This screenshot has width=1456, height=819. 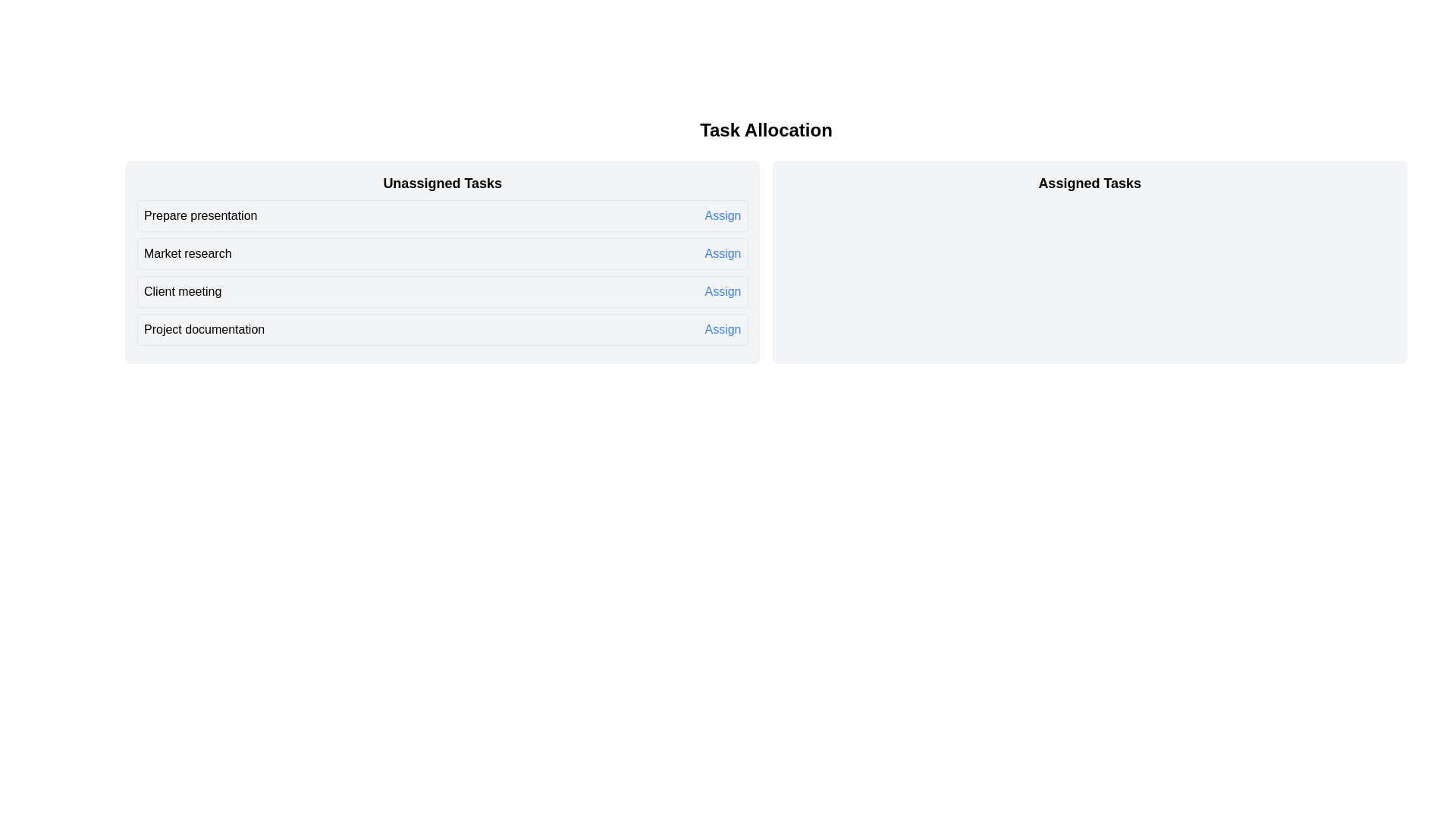 What do you see at coordinates (199, 216) in the screenshot?
I see `the text label displaying 'Prepare presentation' located in the 'Unassigned Tasks' section, which is the first item in the list above 'Market research'` at bounding box center [199, 216].